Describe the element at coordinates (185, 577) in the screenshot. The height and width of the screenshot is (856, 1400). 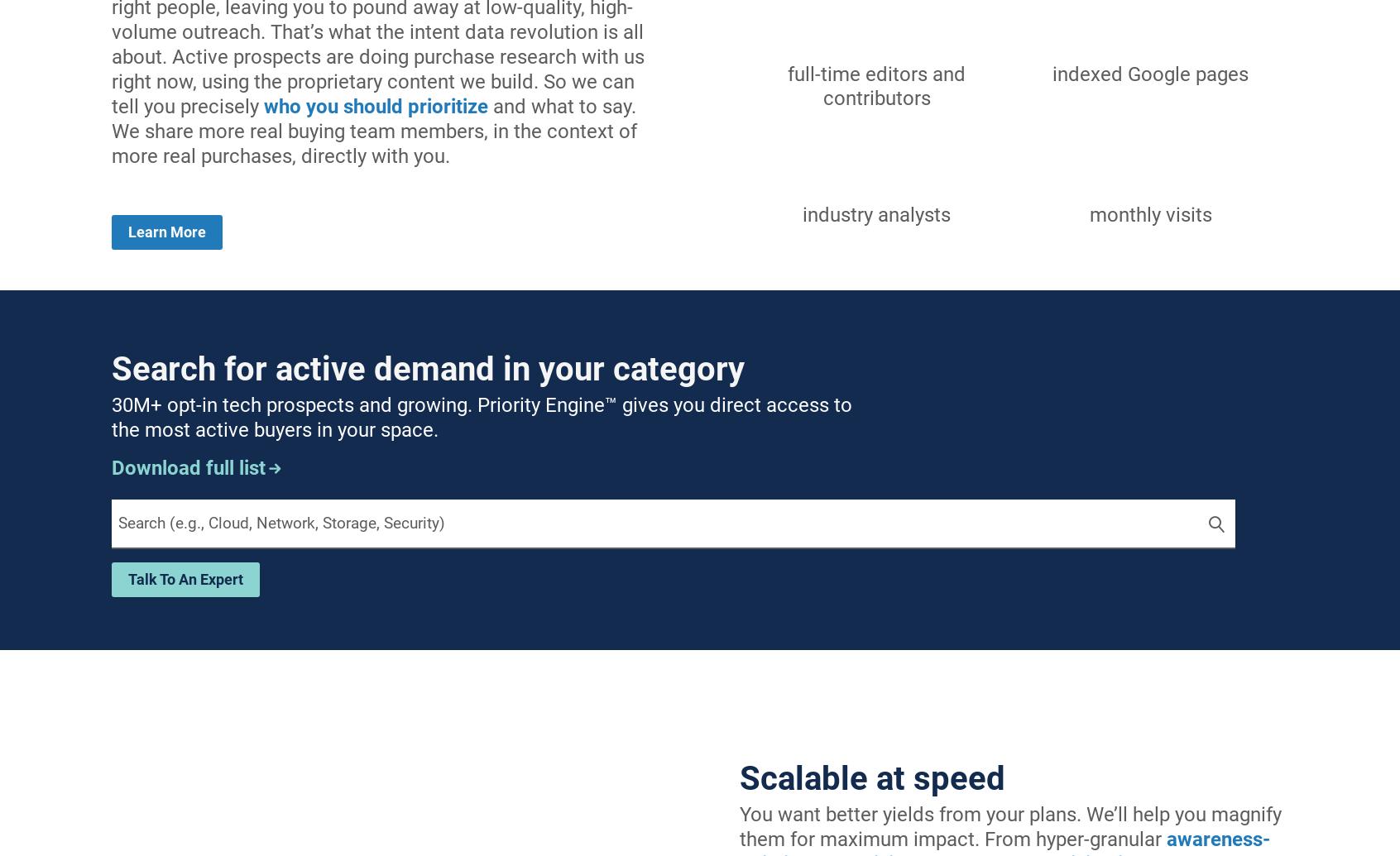
I see `'talk to an expert'` at that location.